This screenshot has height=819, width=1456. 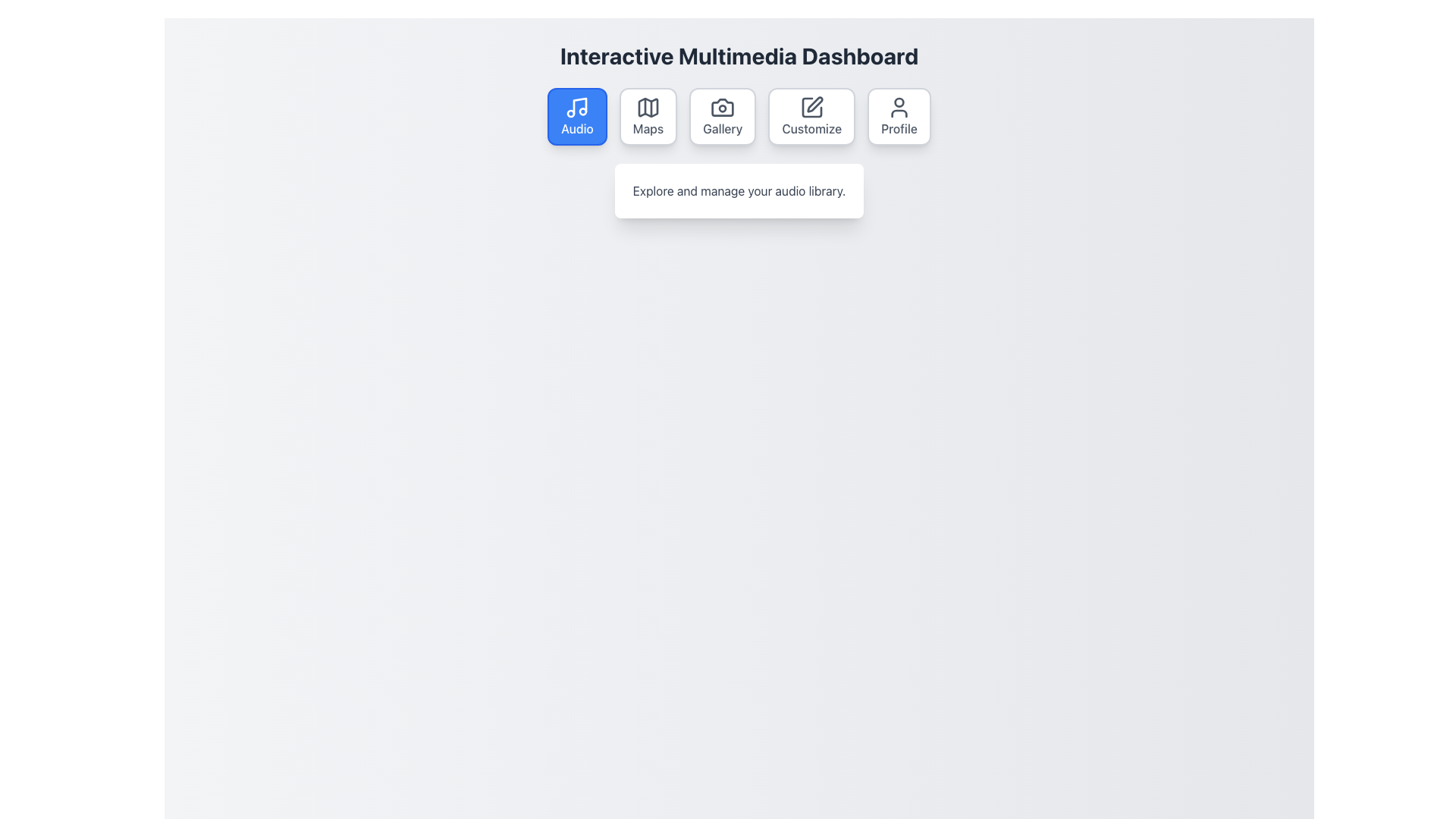 I want to click on the 'Profile' text label located beneath the user avatar icon, which indicates the associated button for the 'Profile' section, so click(x=899, y=127).